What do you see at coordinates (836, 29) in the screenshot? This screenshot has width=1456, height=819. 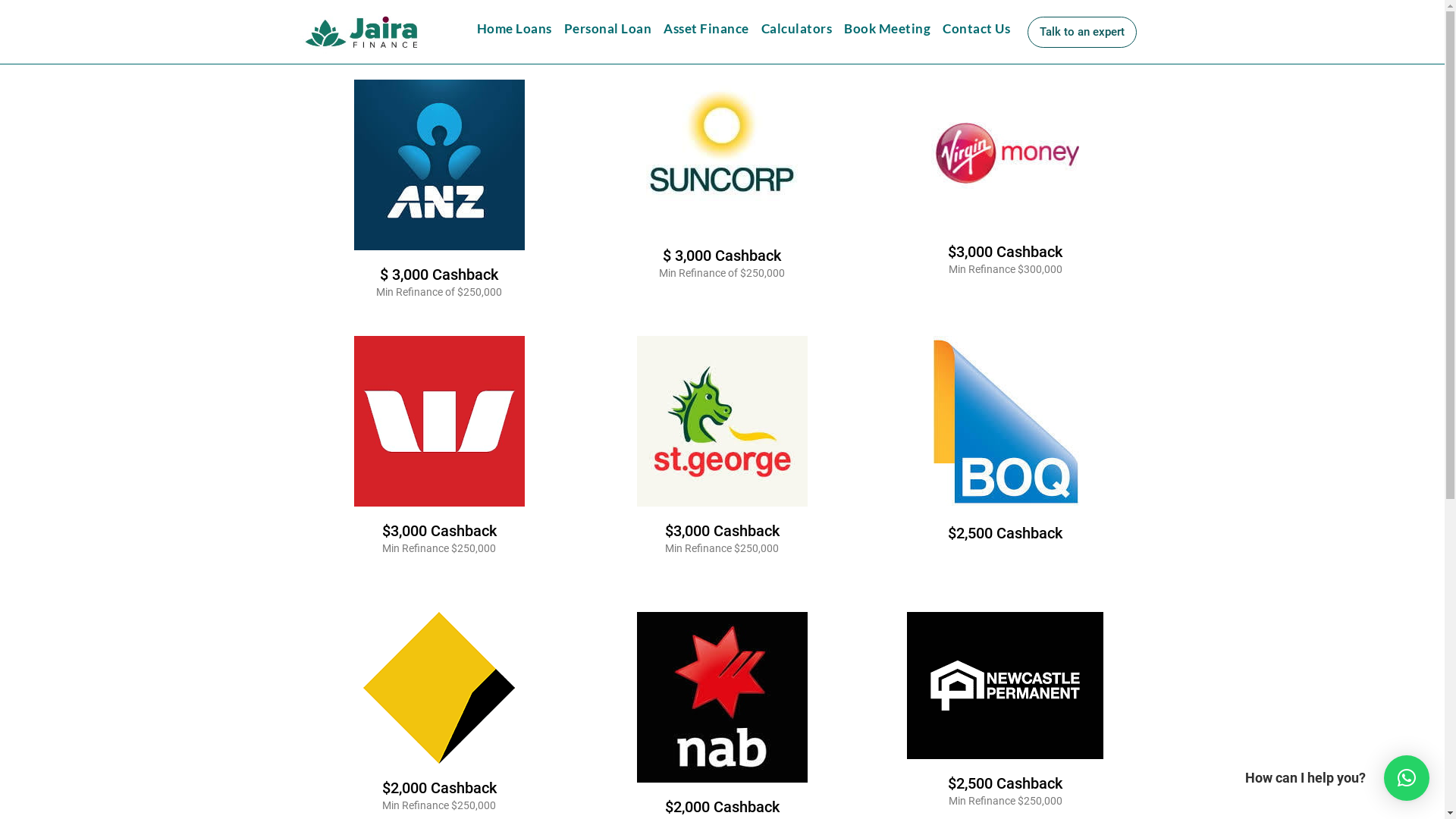 I see `'Book Meeting'` at bounding box center [836, 29].